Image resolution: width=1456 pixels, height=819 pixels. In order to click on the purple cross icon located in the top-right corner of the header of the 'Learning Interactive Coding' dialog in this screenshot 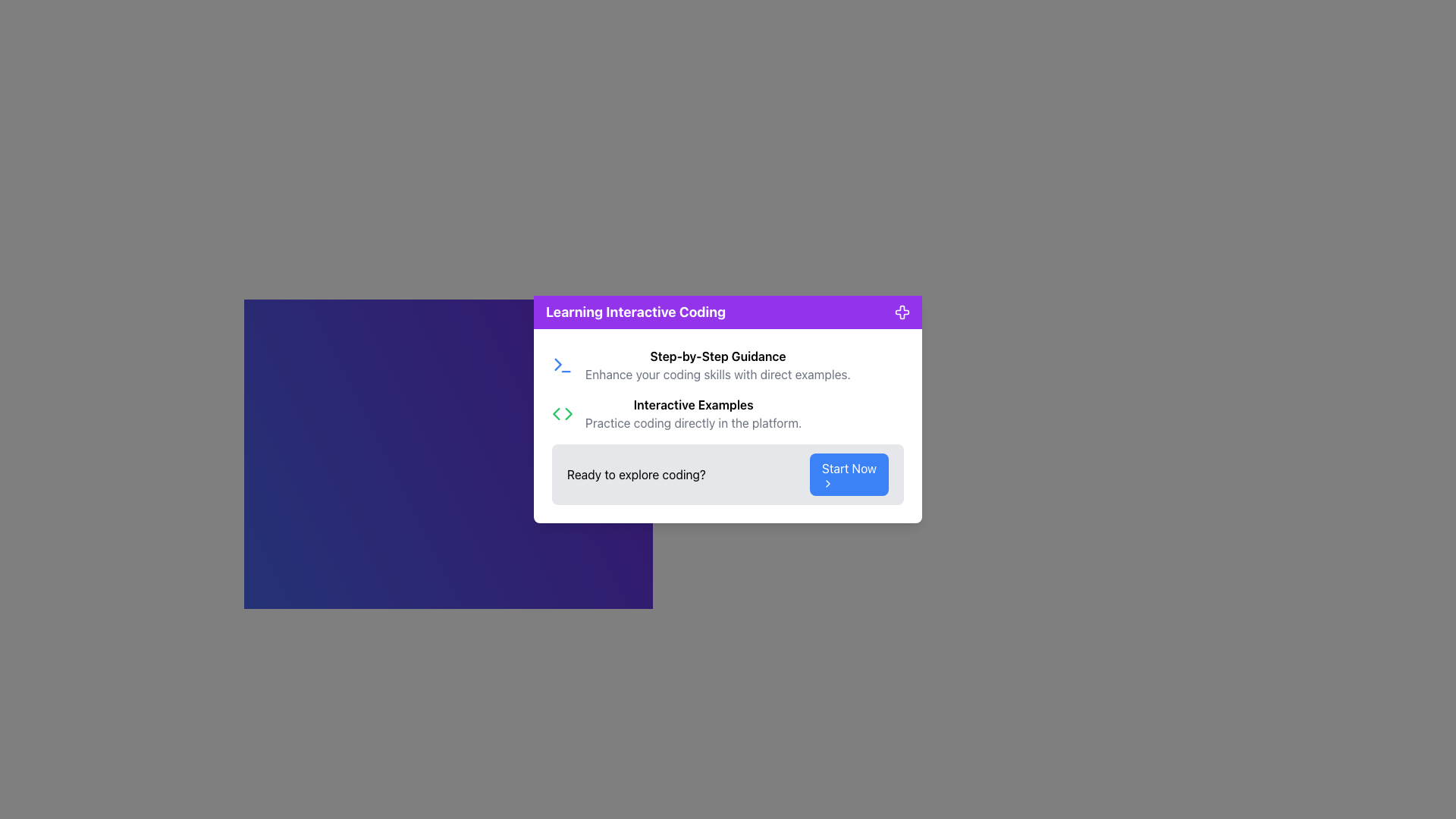, I will do `click(902, 312)`.